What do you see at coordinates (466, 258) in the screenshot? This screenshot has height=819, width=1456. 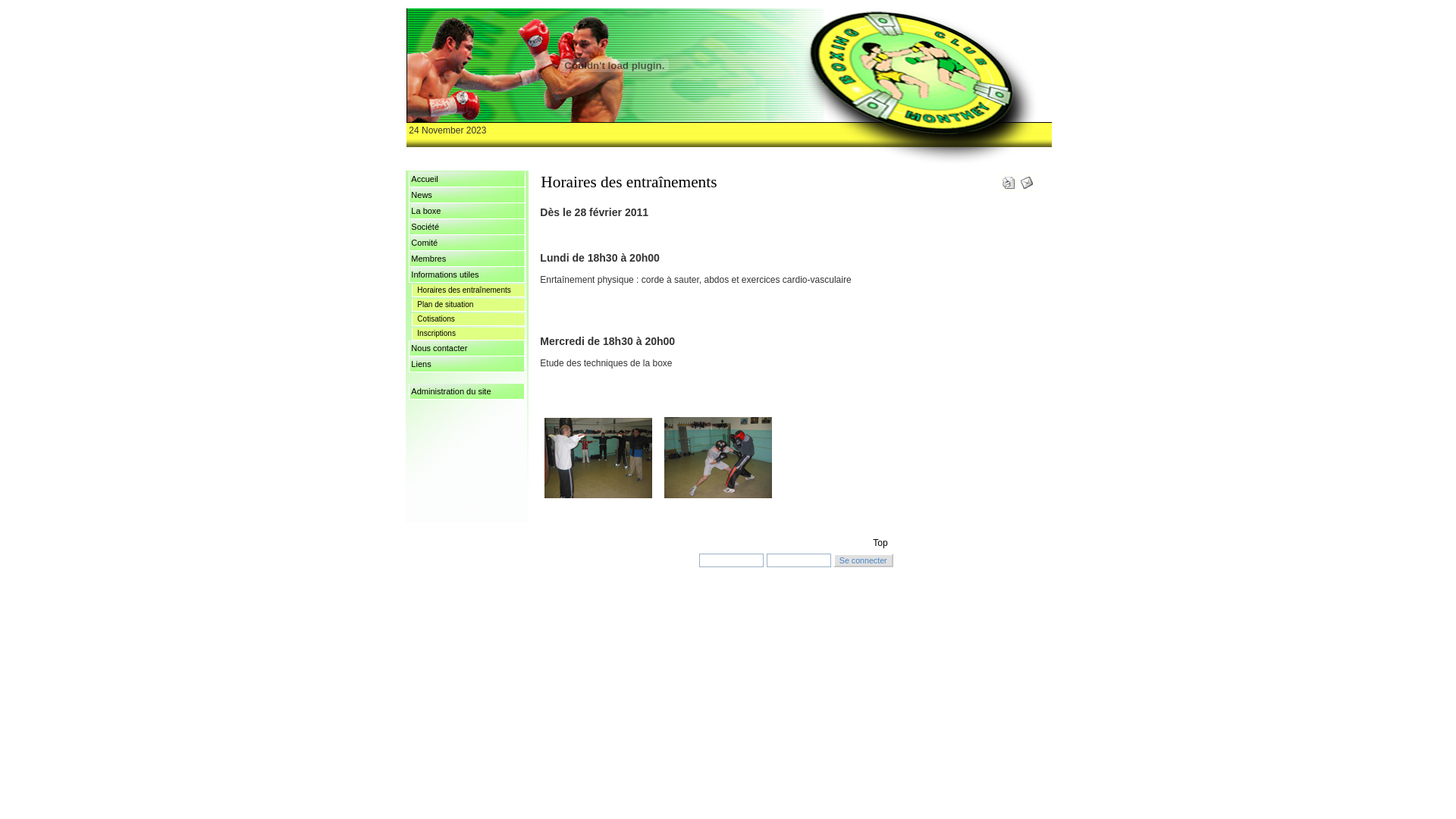 I see `'Membres'` at bounding box center [466, 258].